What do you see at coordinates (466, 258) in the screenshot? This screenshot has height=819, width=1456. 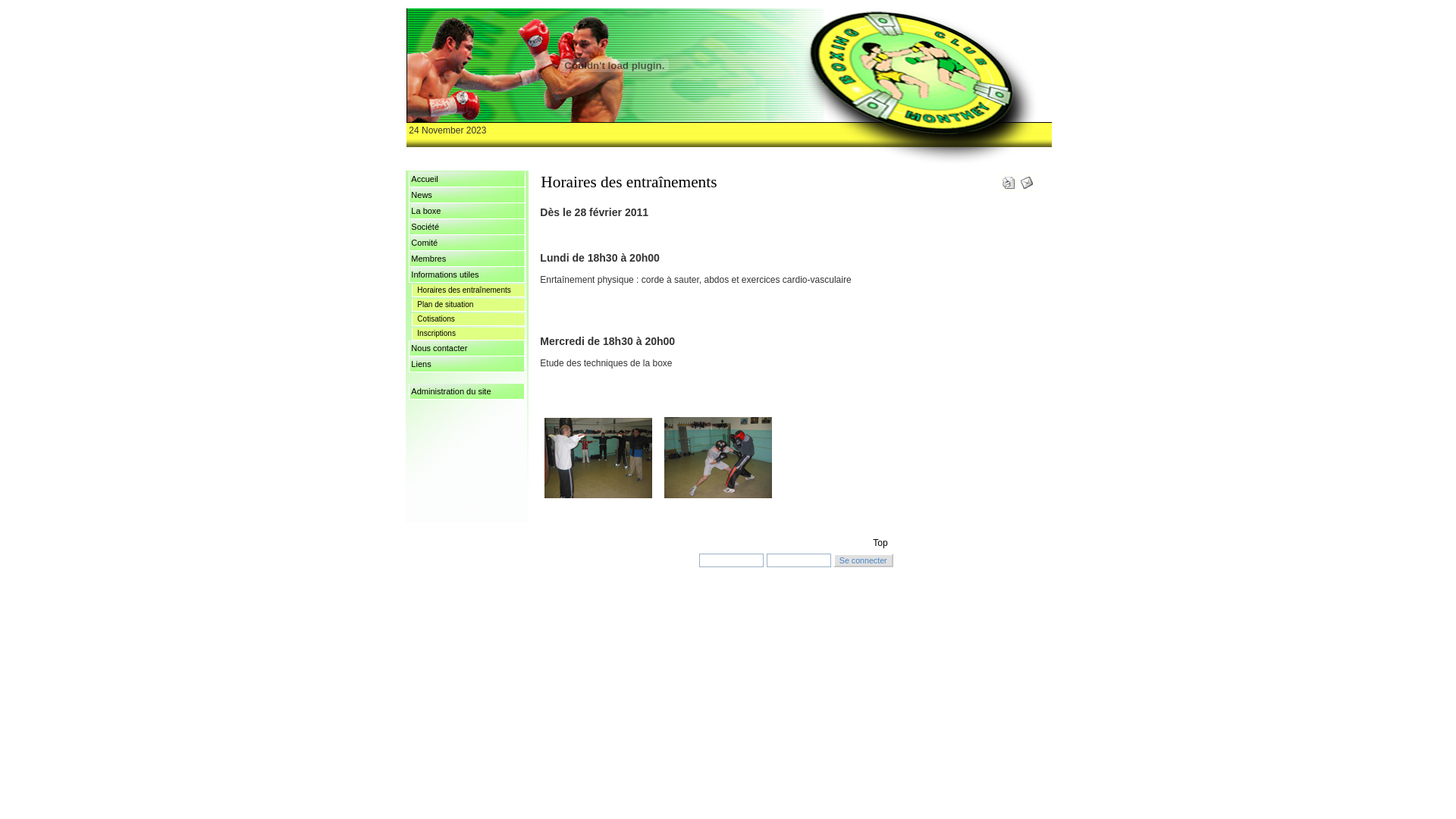 I see `'Membres'` at bounding box center [466, 258].